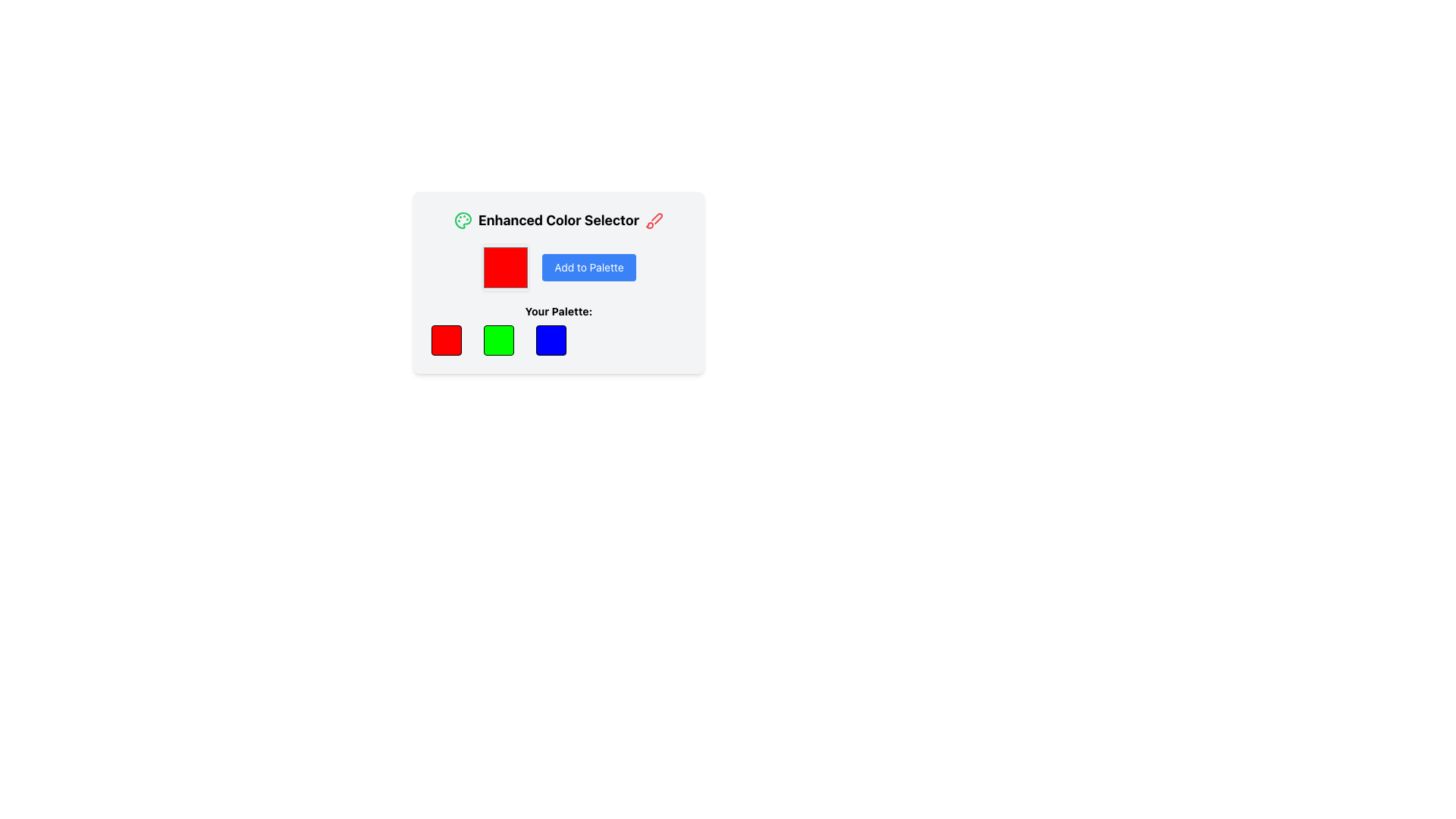  Describe the element at coordinates (558, 339) in the screenshot. I see `the blue color display box located in the 'Your Palette:' section, which is the third square box in the row` at that location.